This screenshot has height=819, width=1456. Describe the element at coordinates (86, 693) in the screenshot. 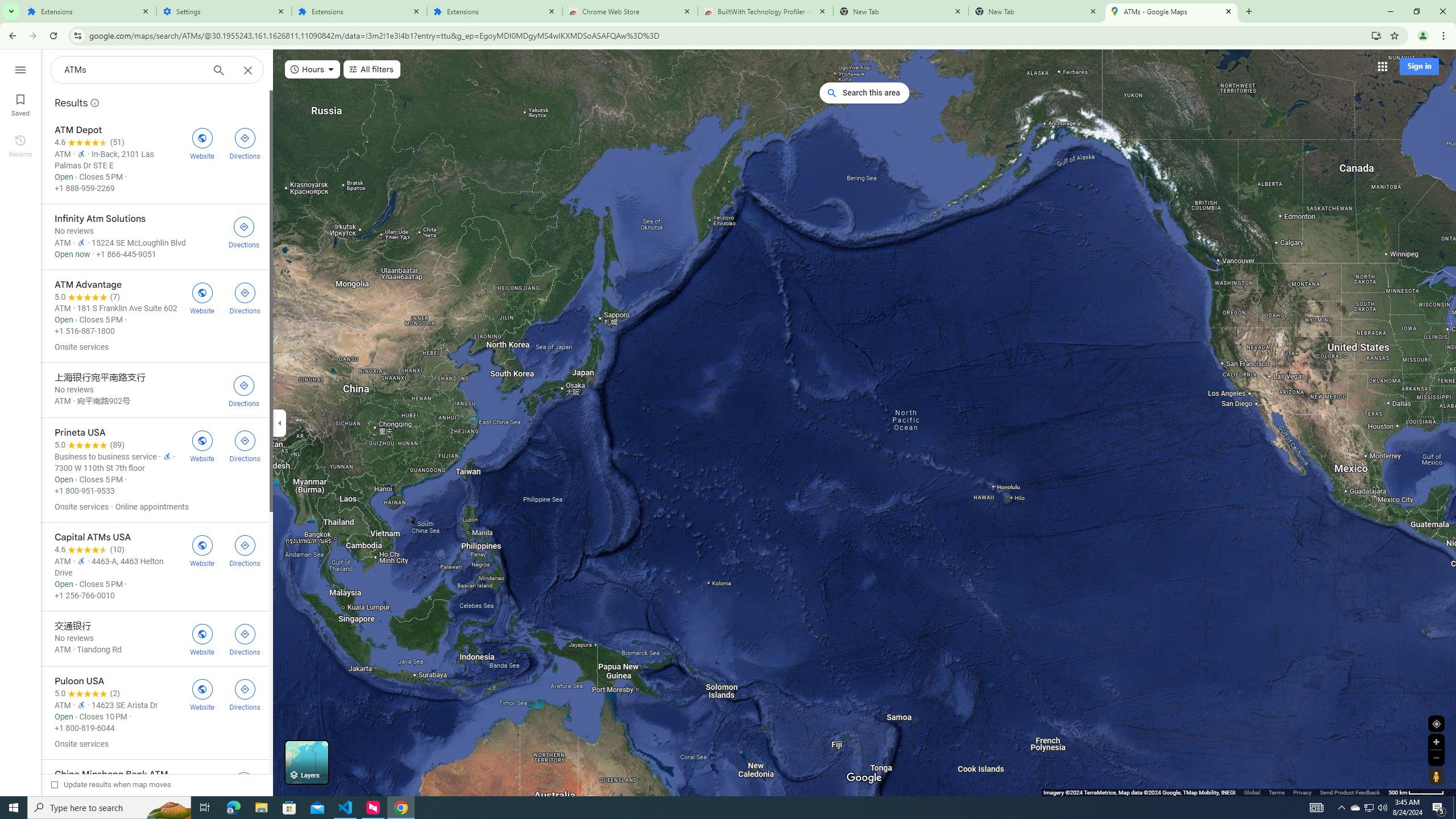

I see `'5.0 stars 2 Reviews'` at that location.